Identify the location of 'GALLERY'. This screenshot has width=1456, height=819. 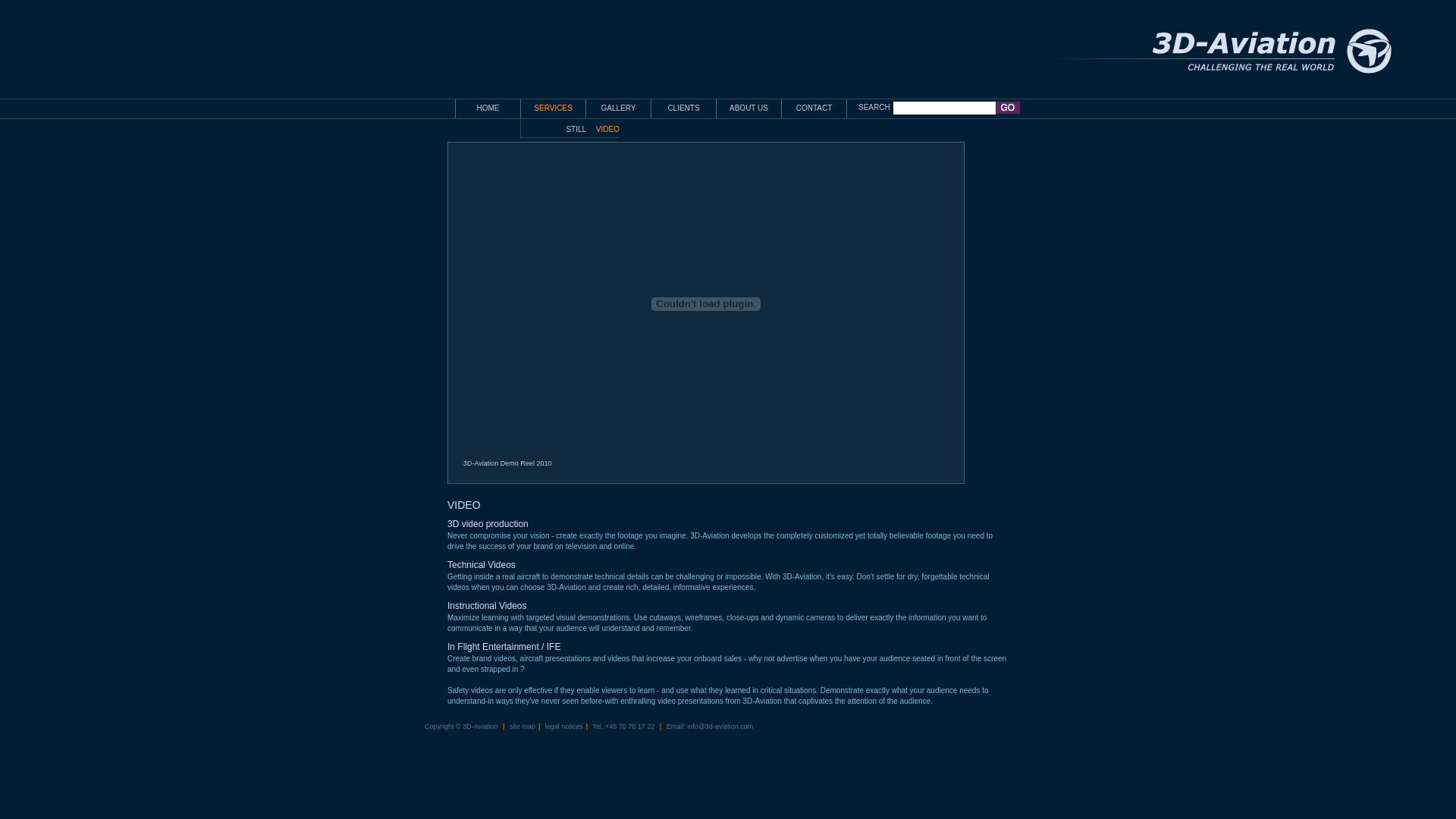
(618, 108).